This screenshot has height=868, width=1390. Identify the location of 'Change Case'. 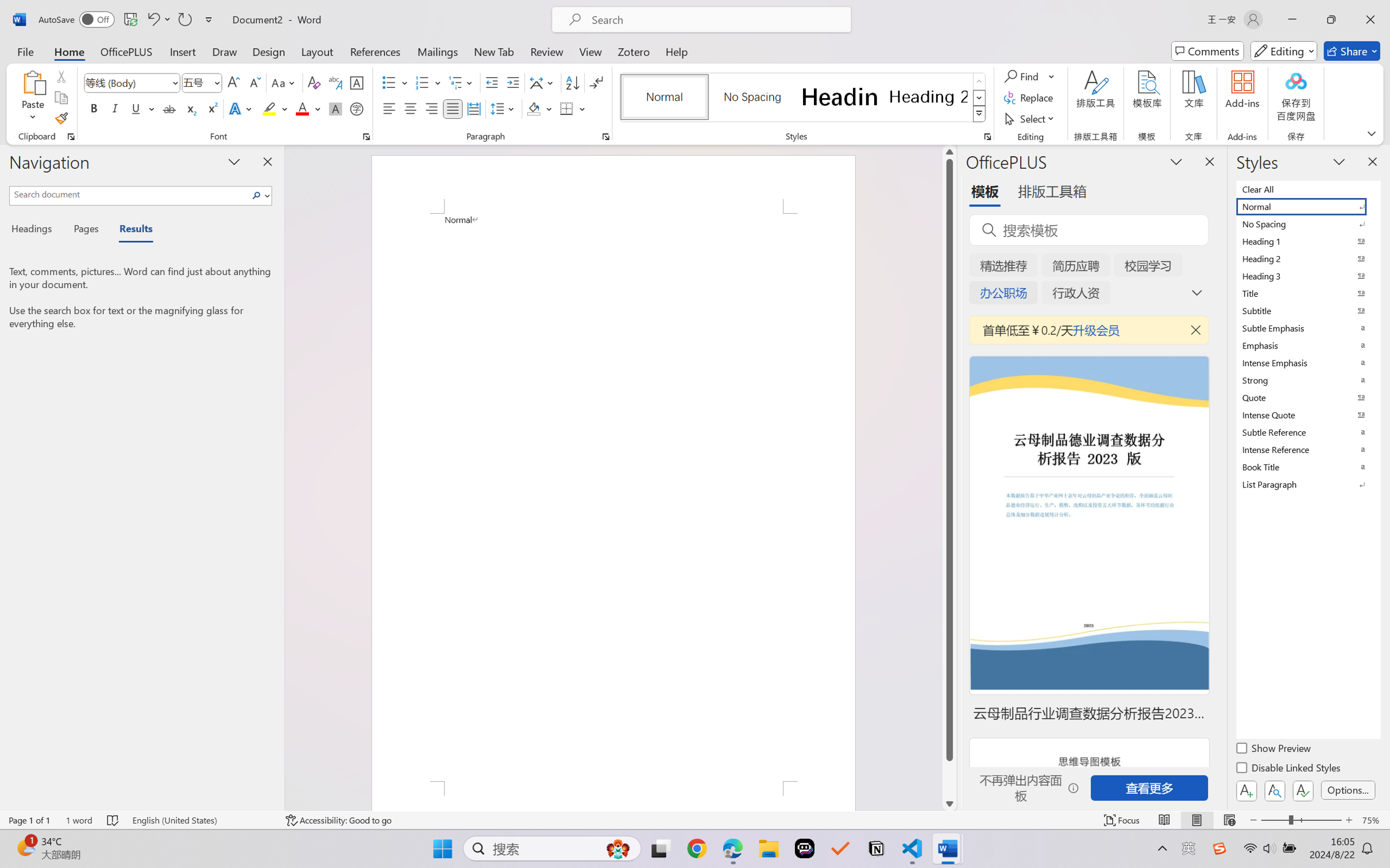
(283, 83).